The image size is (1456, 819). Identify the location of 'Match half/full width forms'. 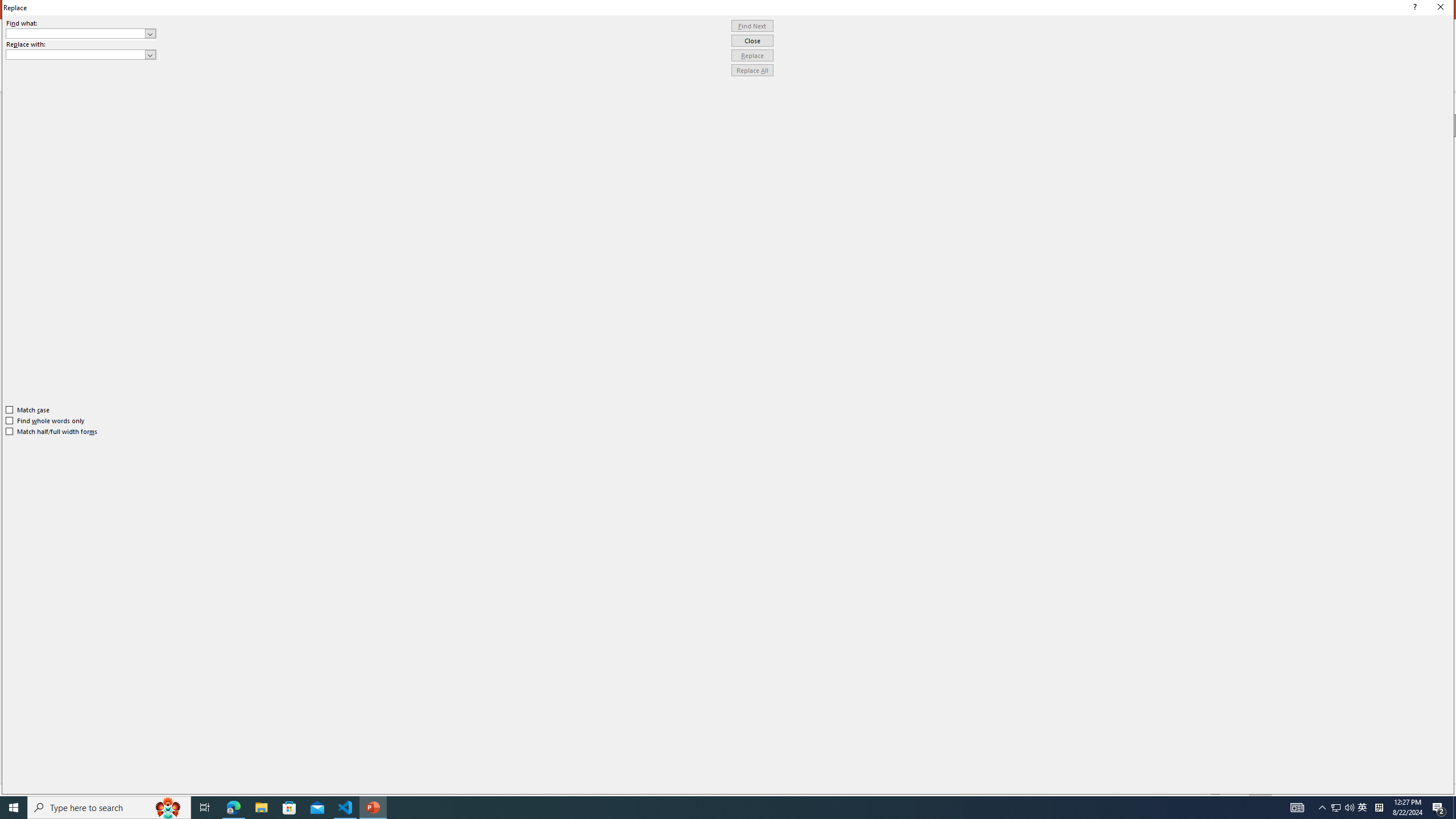
(52, 431).